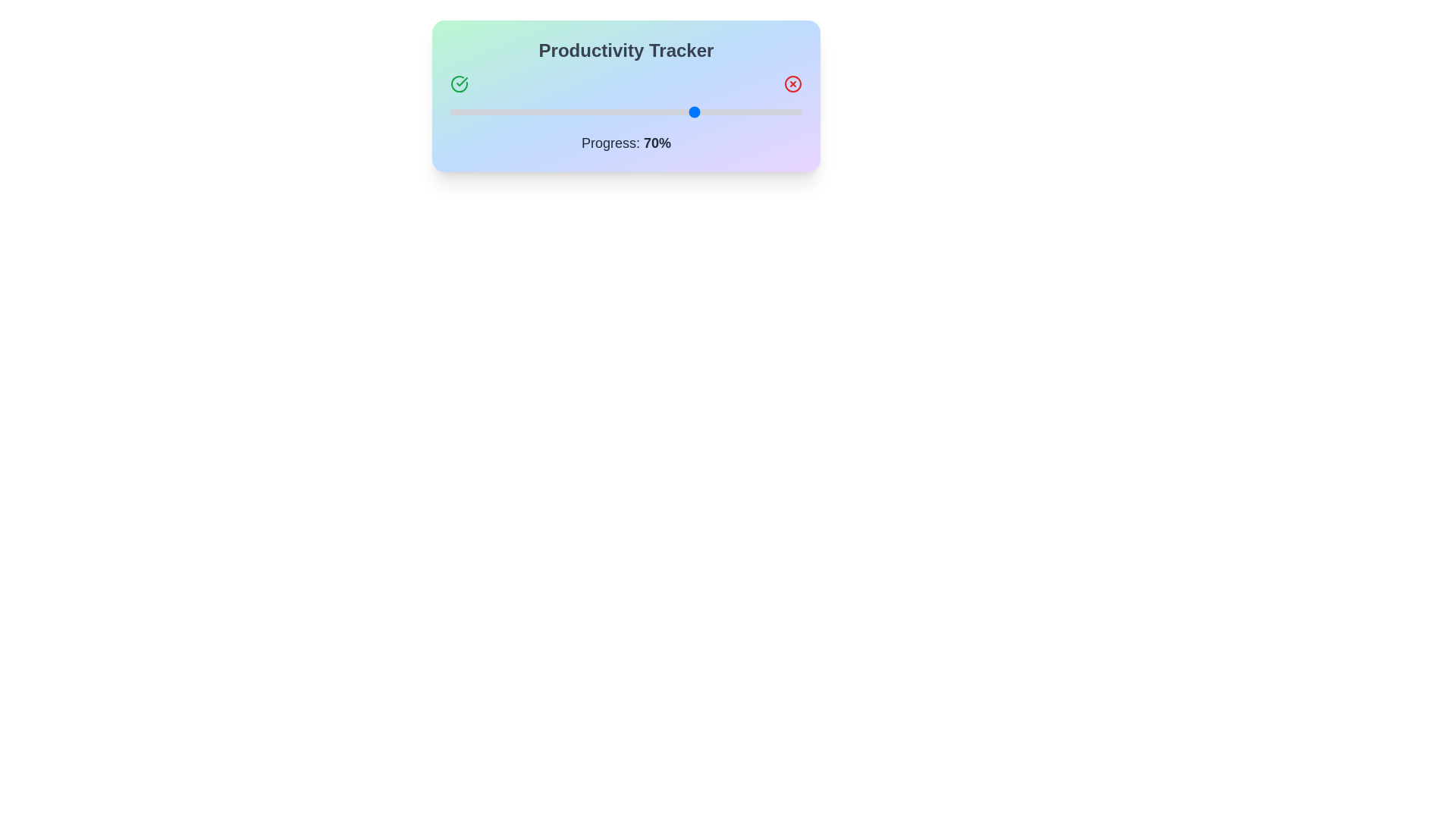  Describe the element at coordinates (792, 84) in the screenshot. I see `the delete button located at the top-right corner of the 'Productivity Tracker' card` at that location.